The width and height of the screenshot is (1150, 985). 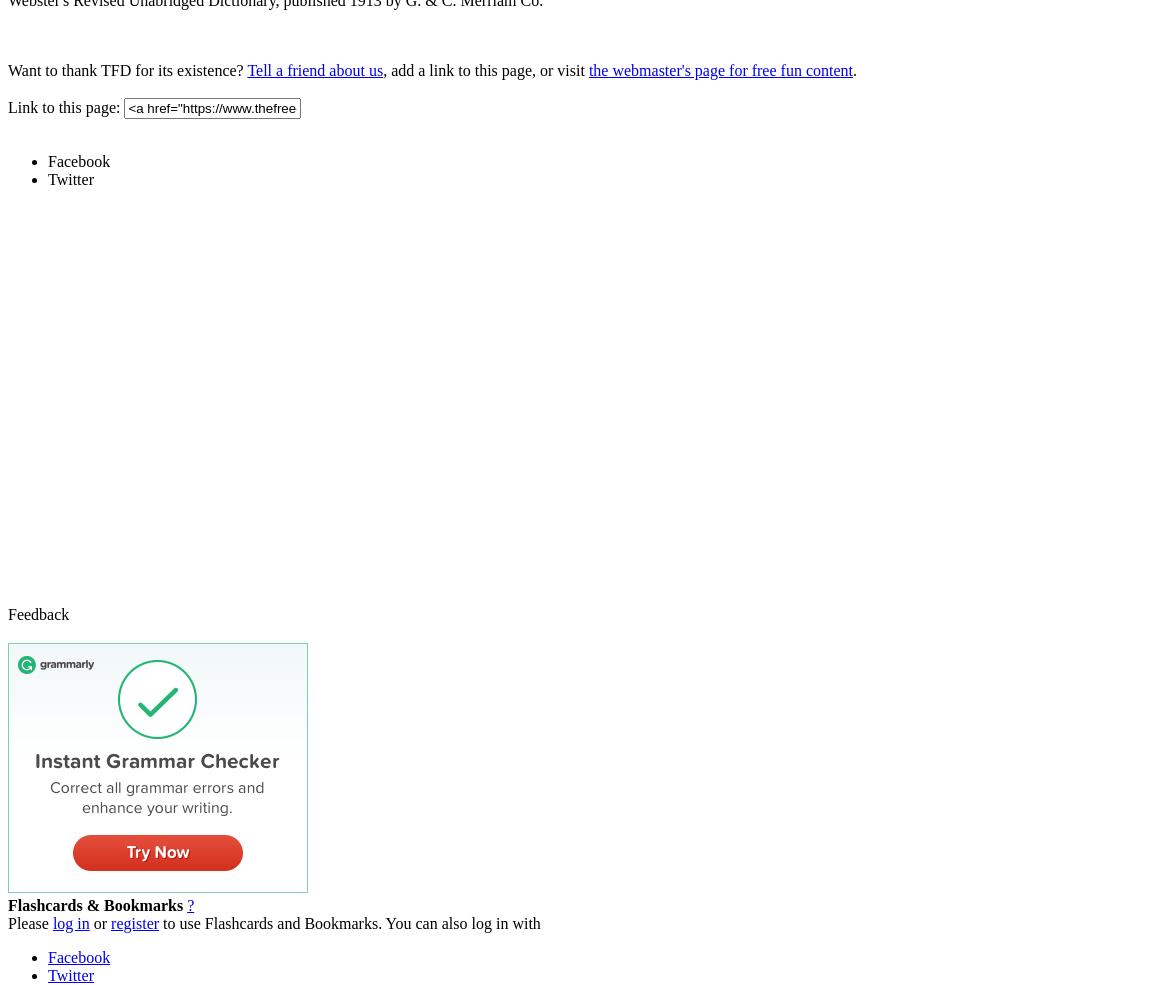 I want to click on 'Feedback', so click(x=7, y=612).